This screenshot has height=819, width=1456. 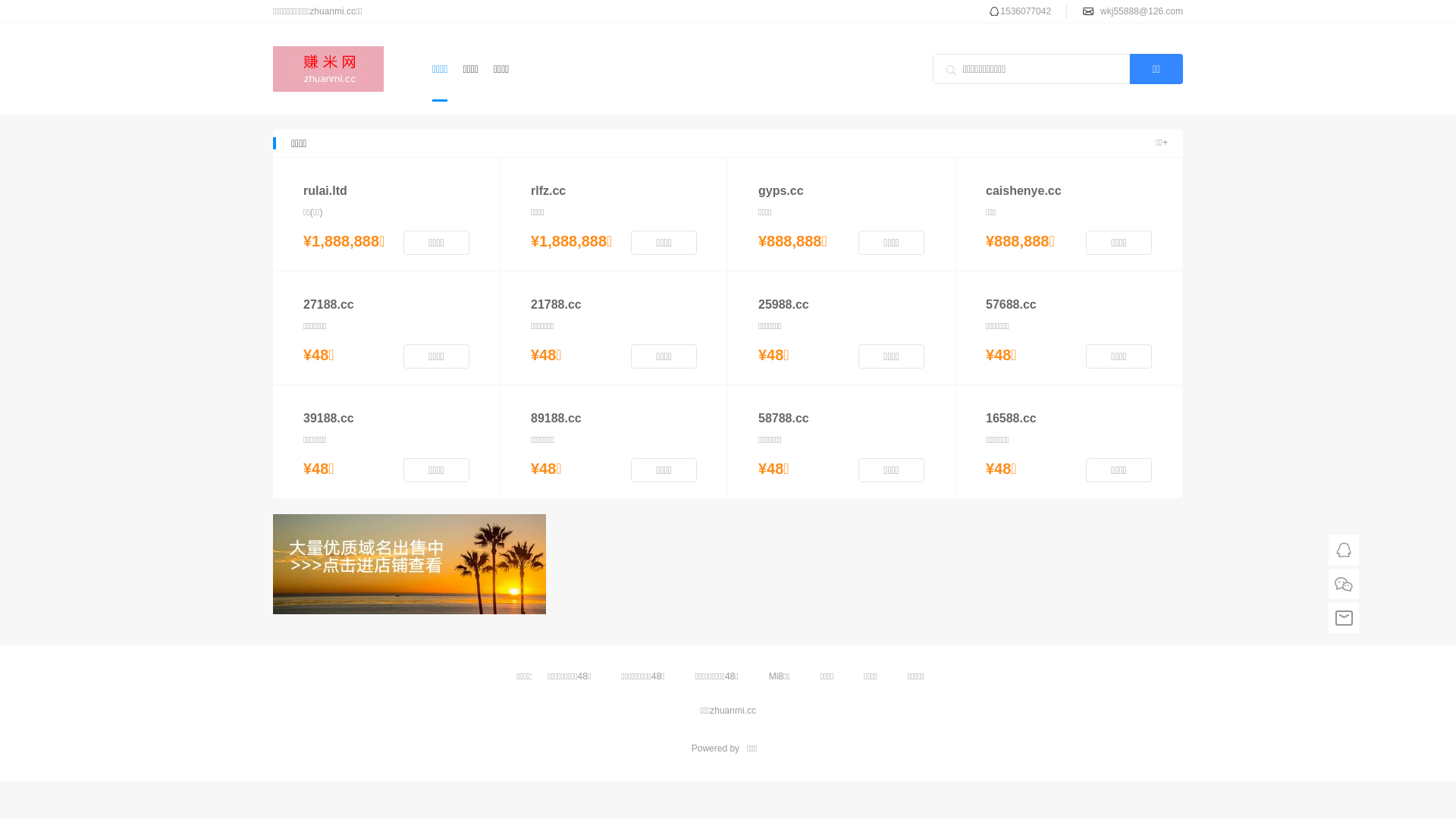 I want to click on 'wkj55888@126.com', so click(x=1141, y=11).